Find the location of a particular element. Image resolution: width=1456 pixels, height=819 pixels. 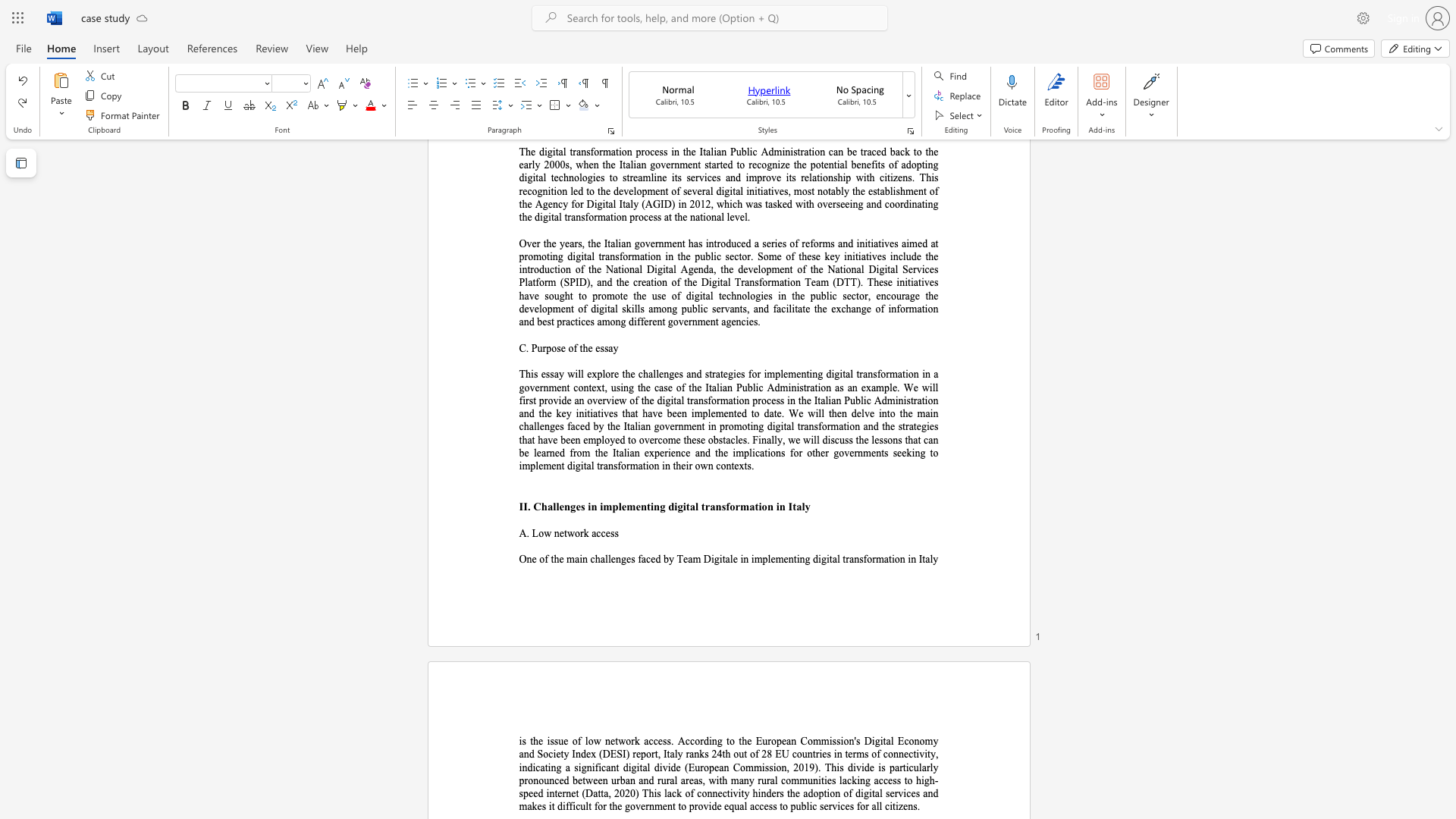

the 6th character "a" in the text is located at coordinates (742, 805).